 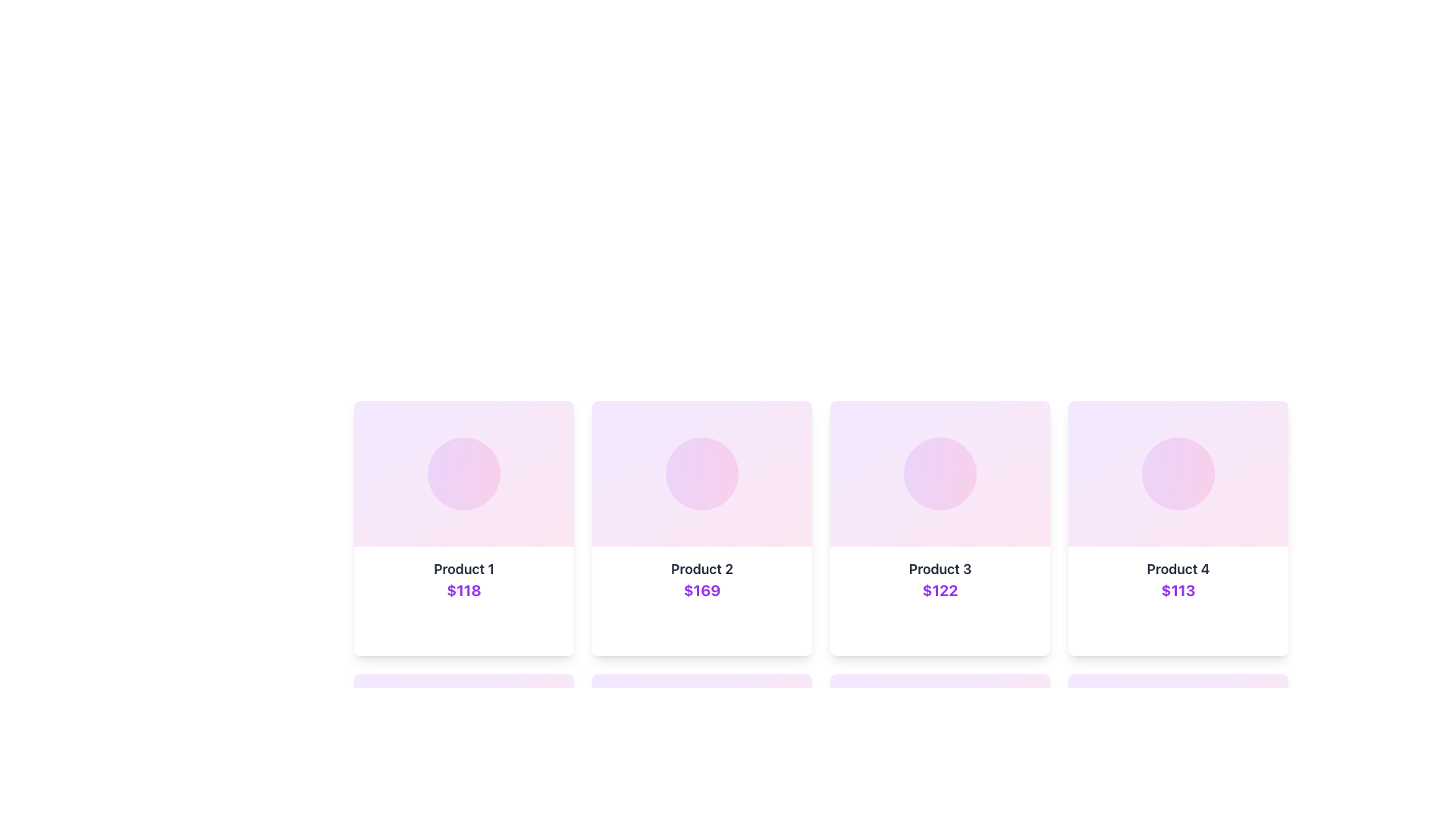 I want to click on the numeric and currency display element showing '$122' in bold purple font, located below 'Product 3' in the third column of a four-column grid layout, so click(x=939, y=590).